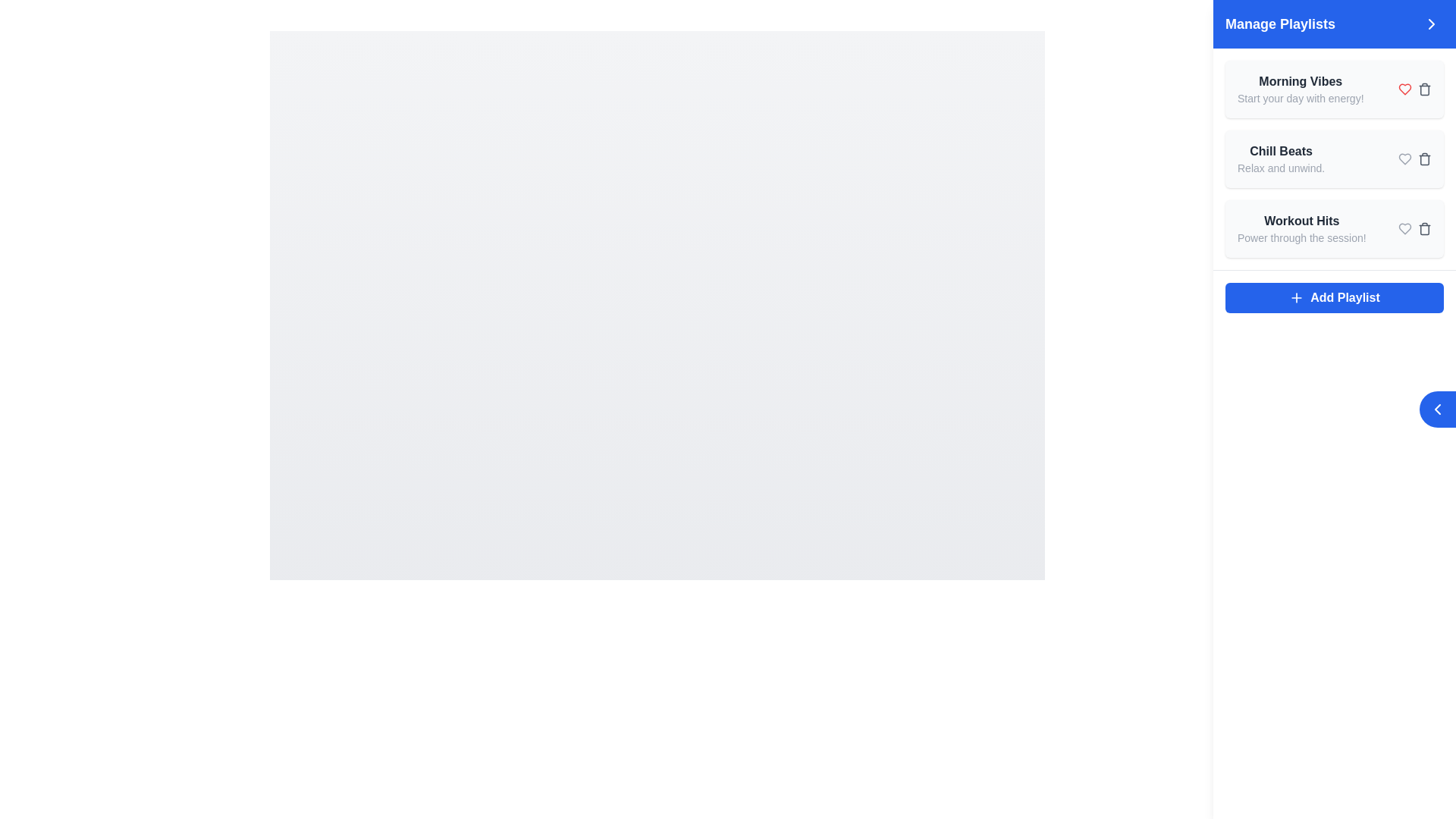  Describe the element at coordinates (1430, 24) in the screenshot. I see `the Icon button located in the top-right corner of the 'Manage Playlists' section, which is a blue rectangular button` at that location.